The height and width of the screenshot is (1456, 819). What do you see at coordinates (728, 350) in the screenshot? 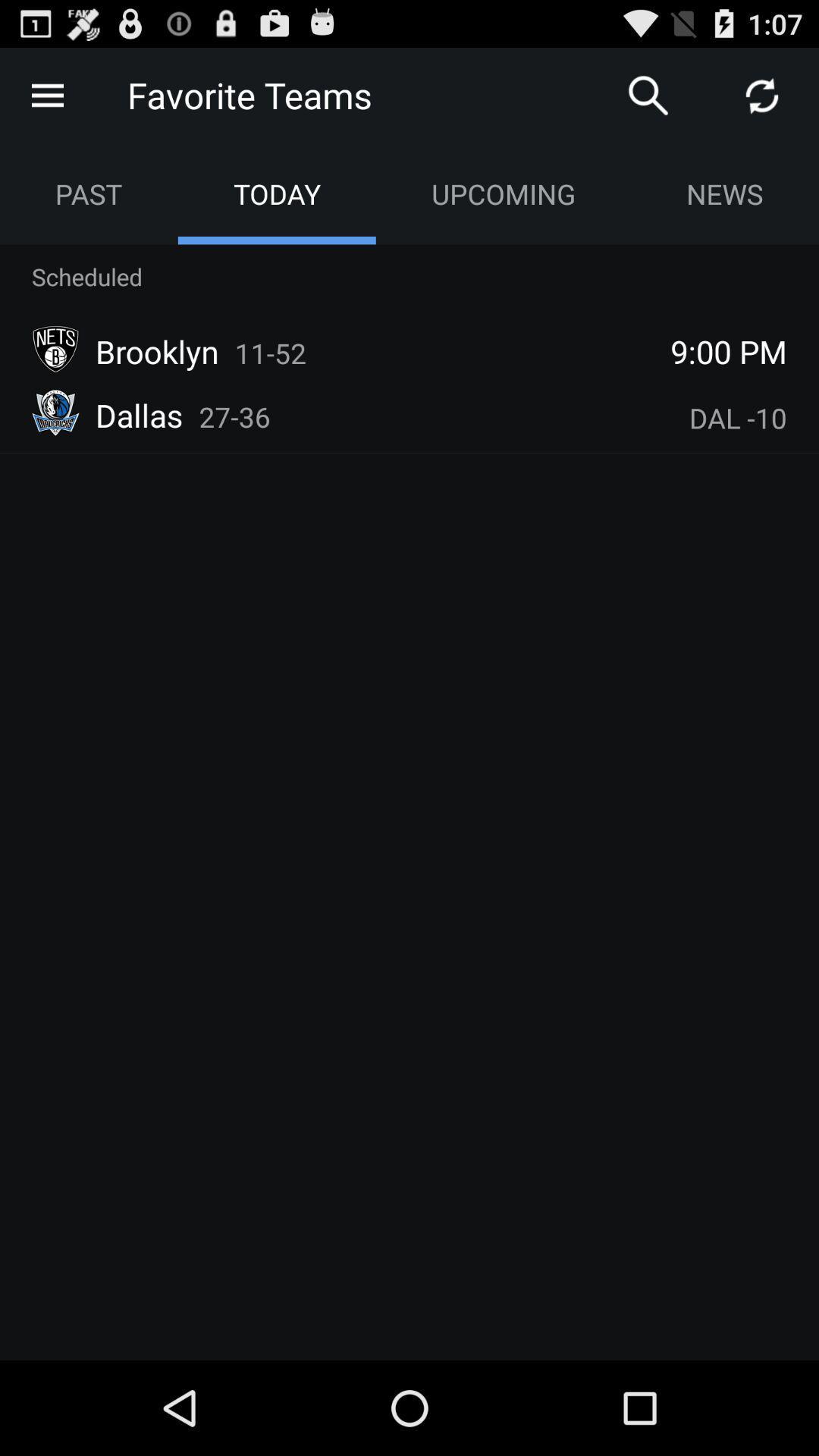
I see `the 9:00 pm icon` at bounding box center [728, 350].